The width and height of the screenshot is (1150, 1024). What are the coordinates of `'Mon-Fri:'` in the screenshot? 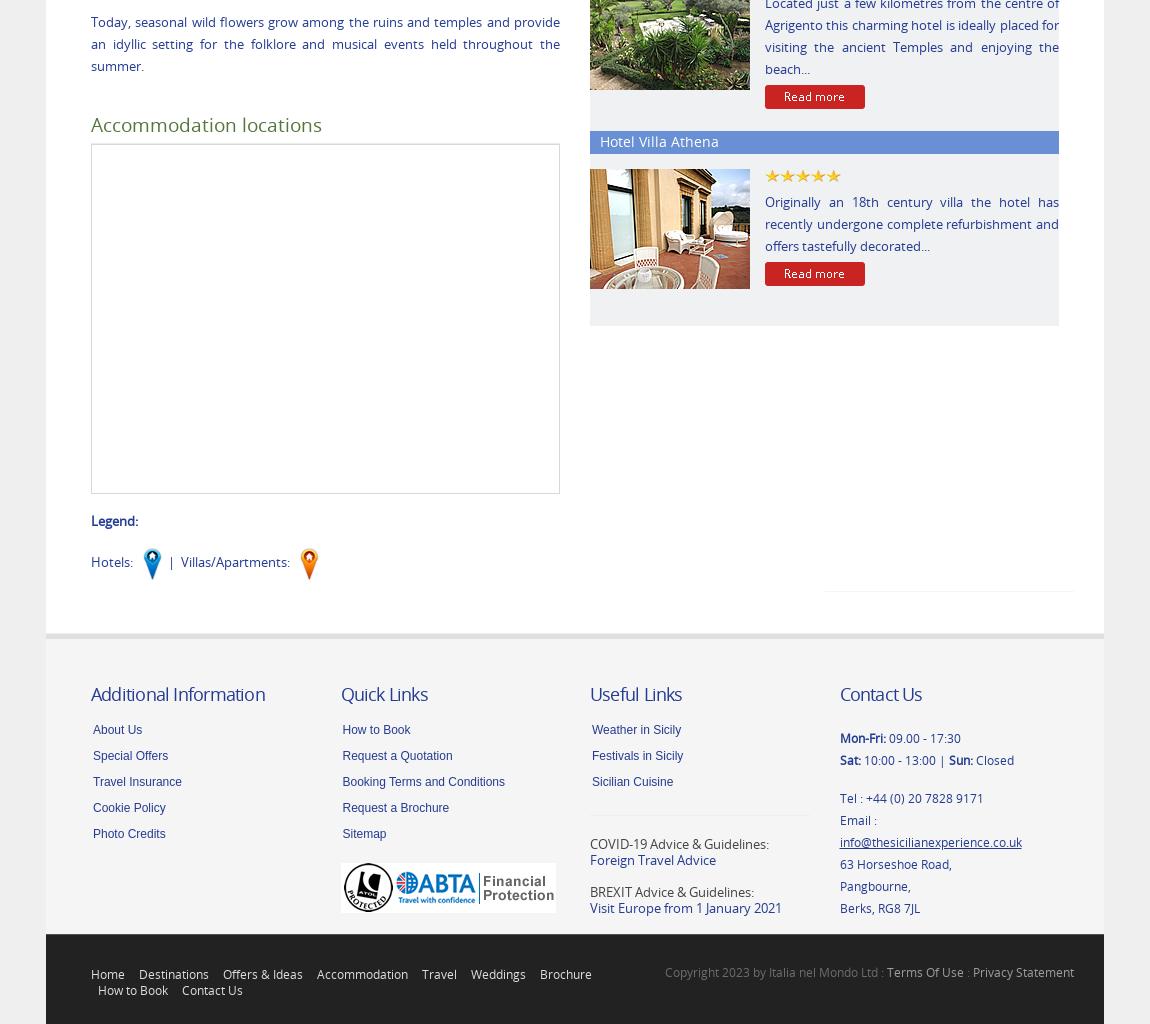 It's located at (861, 735).